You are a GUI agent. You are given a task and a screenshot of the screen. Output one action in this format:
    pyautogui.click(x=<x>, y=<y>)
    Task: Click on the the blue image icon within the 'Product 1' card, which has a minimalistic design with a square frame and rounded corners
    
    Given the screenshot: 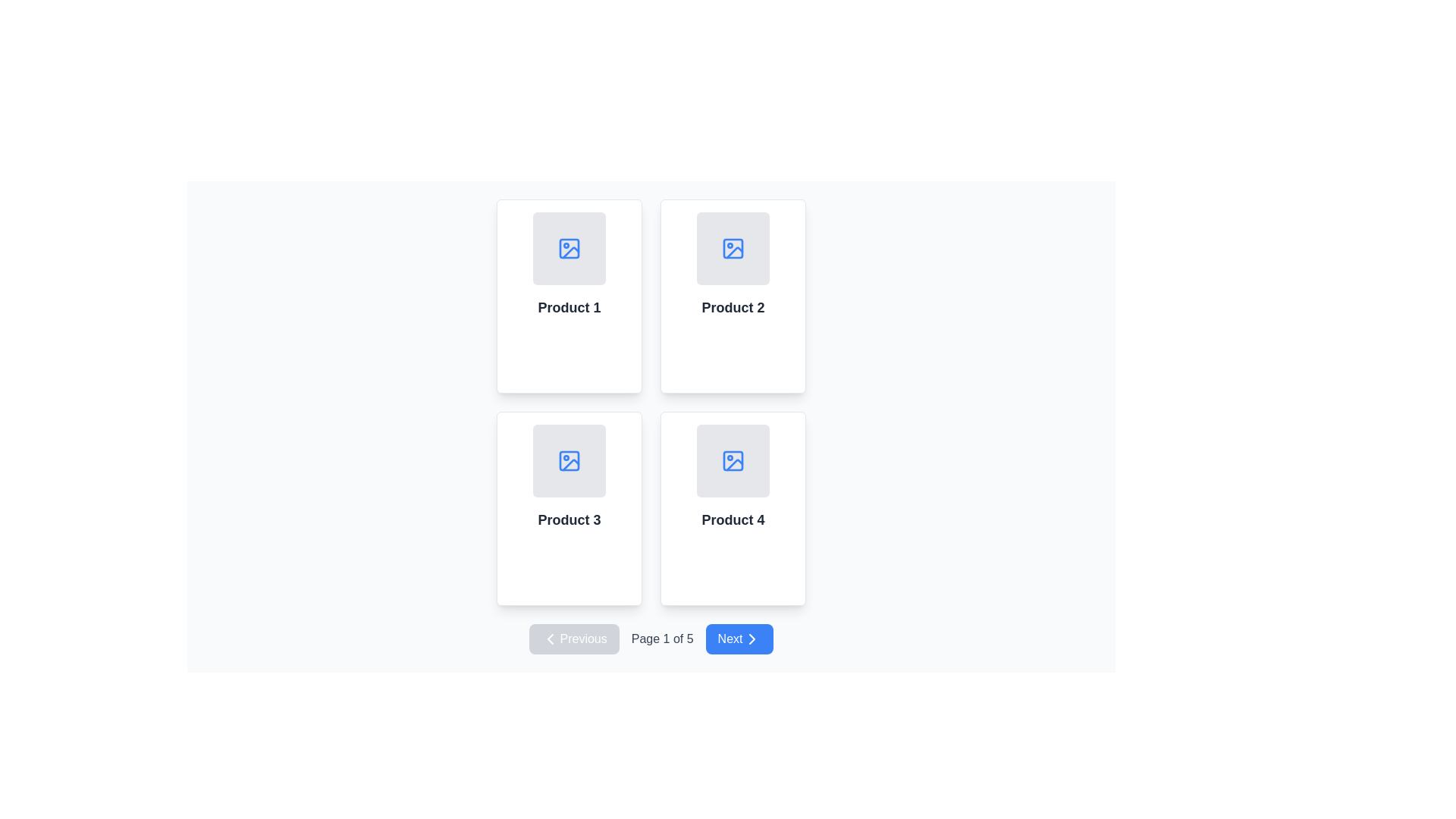 What is the action you would take?
    pyautogui.click(x=568, y=247)
    